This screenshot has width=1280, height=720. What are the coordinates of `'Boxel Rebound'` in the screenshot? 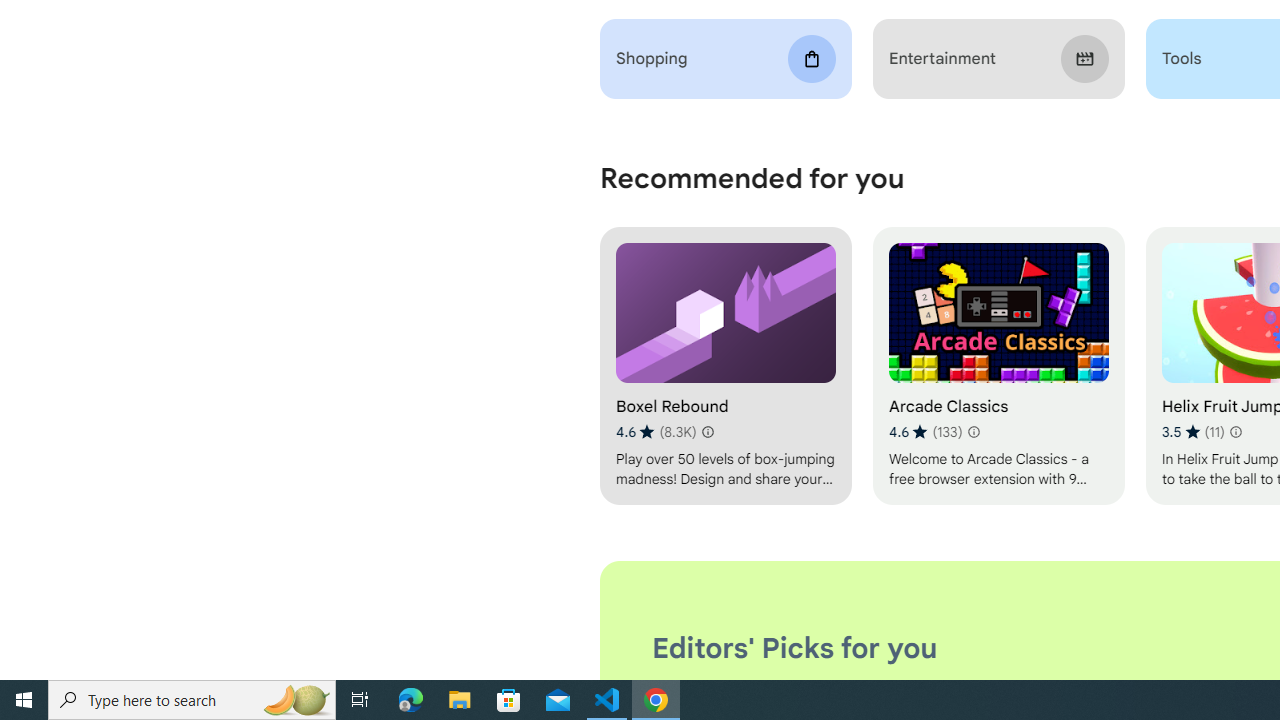 It's located at (724, 366).